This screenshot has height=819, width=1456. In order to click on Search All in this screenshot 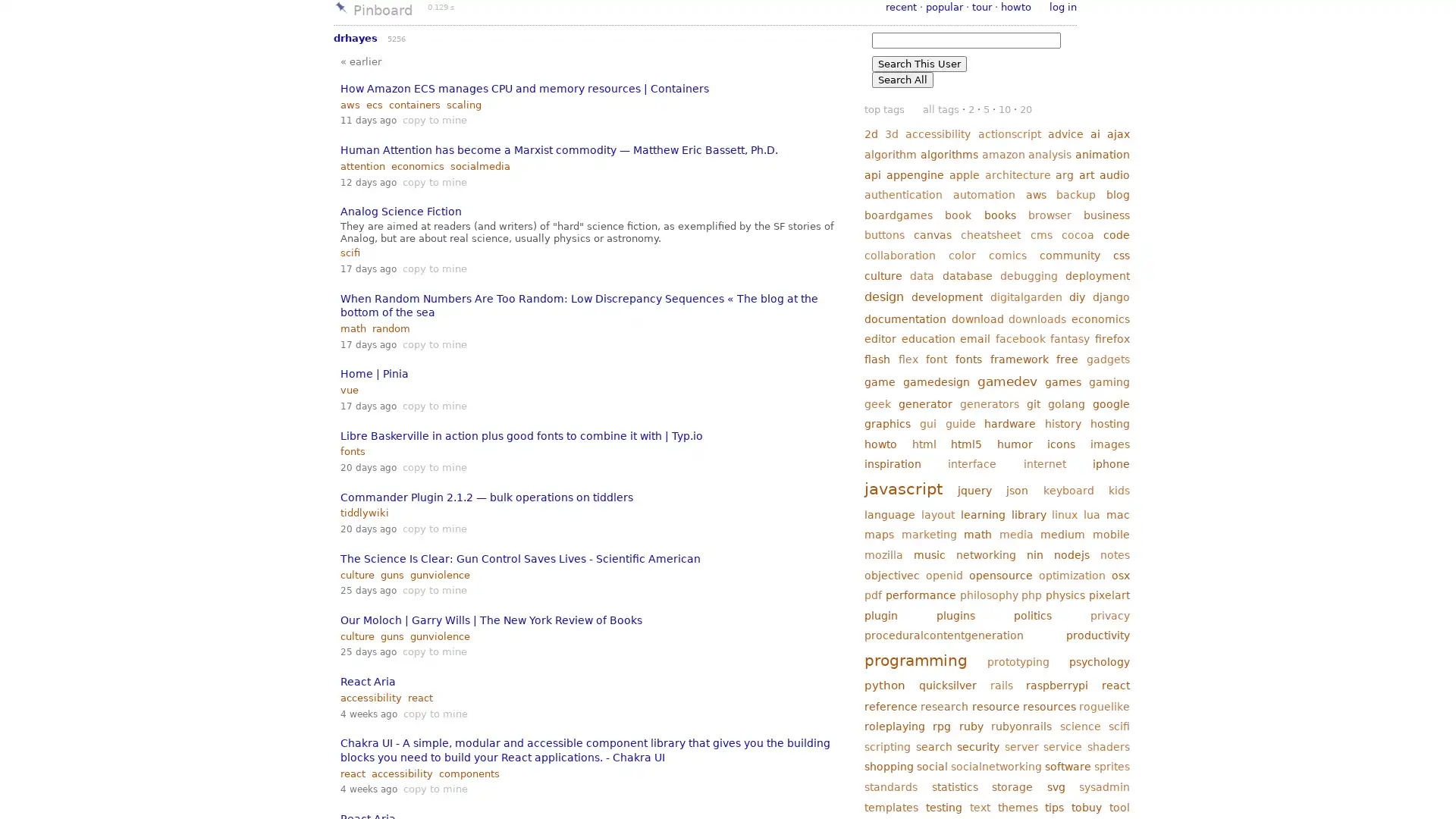, I will do `click(902, 80)`.